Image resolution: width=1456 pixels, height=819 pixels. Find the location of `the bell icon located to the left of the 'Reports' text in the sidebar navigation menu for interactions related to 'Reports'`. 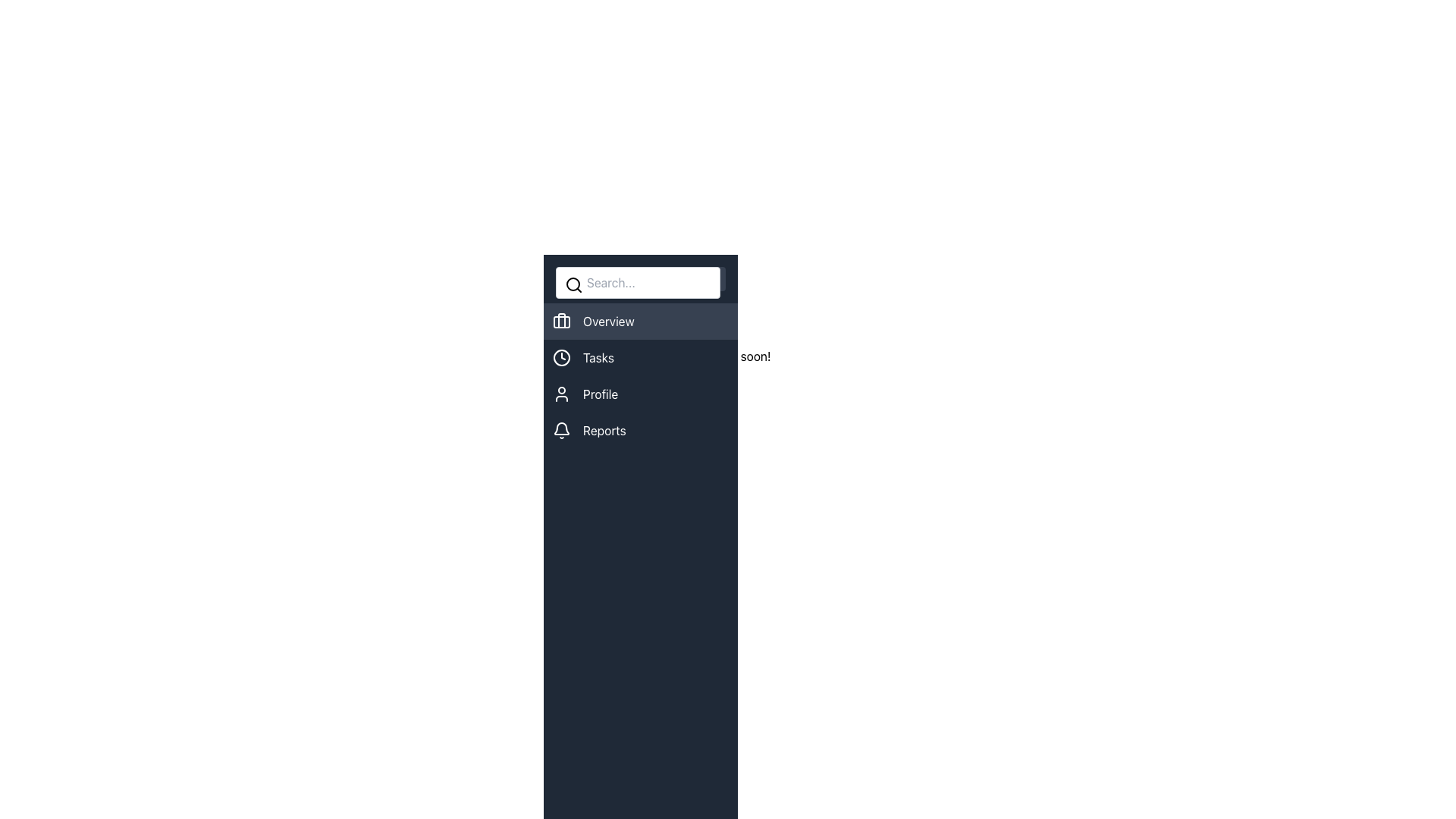

the bell icon located to the left of the 'Reports' text in the sidebar navigation menu for interactions related to 'Reports' is located at coordinates (560, 430).